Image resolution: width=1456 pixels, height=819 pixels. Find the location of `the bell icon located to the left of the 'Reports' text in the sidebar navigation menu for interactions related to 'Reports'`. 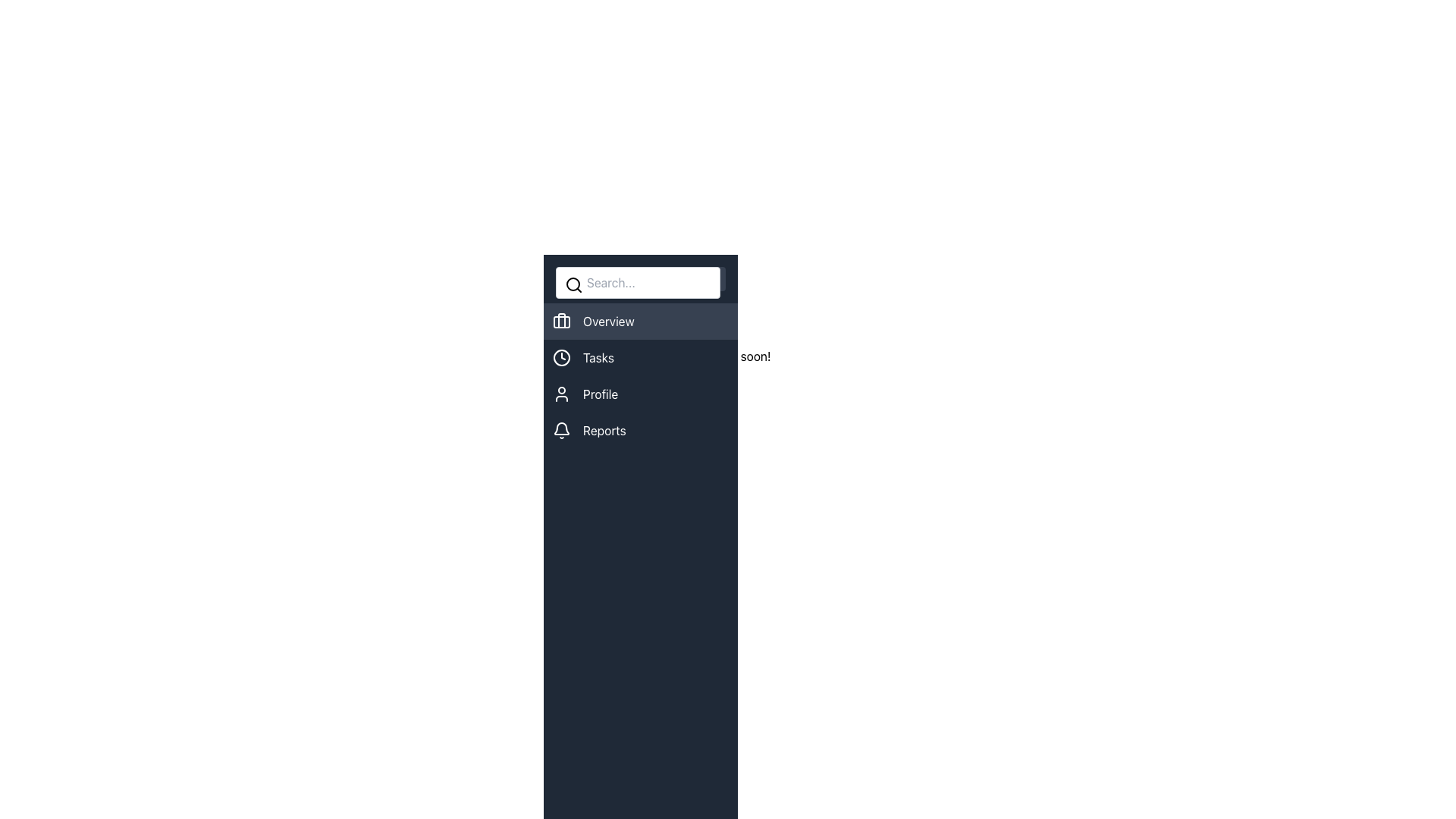

the bell icon located to the left of the 'Reports' text in the sidebar navigation menu for interactions related to 'Reports' is located at coordinates (560, 430).